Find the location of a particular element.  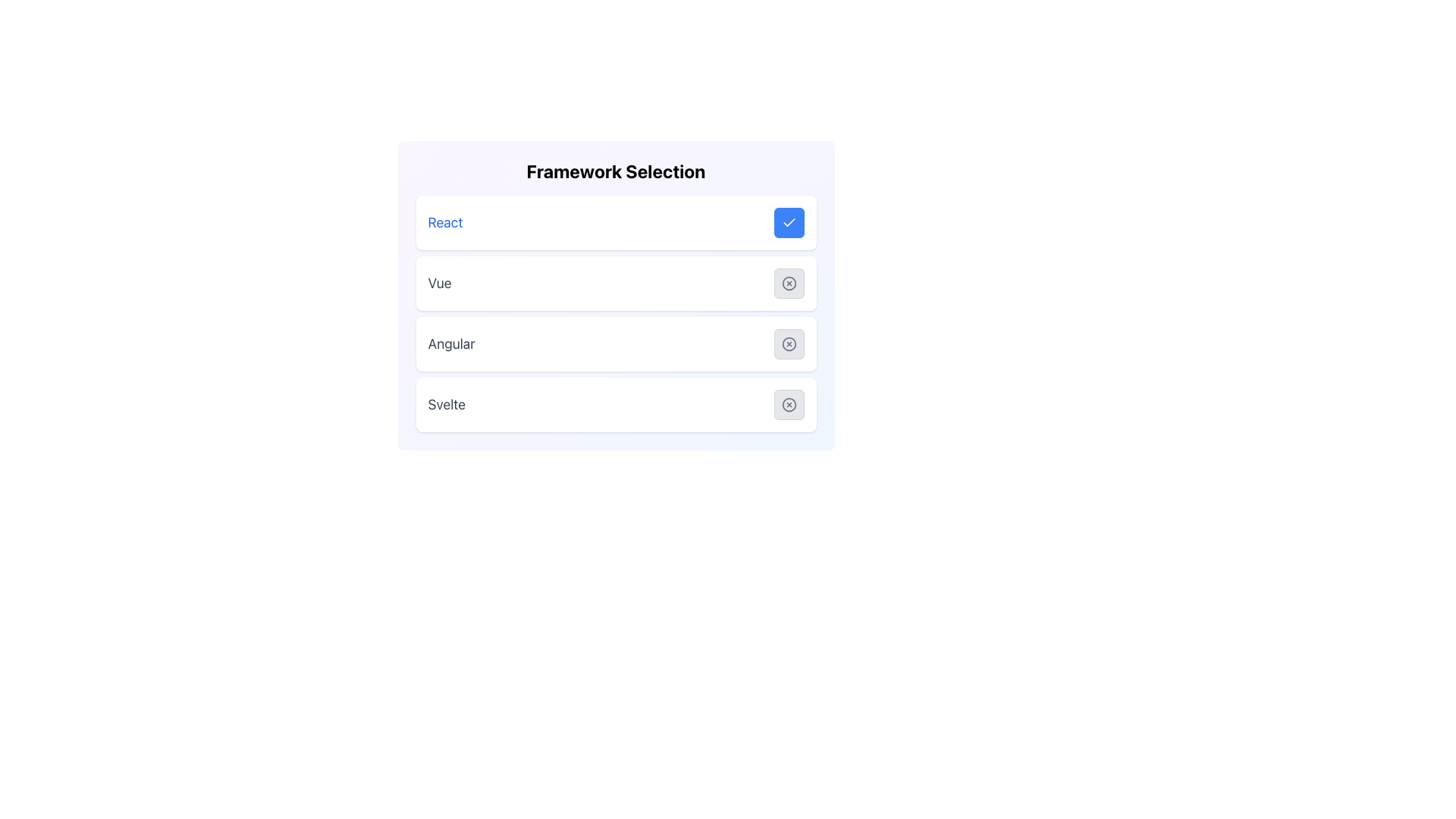

the blue square button with rounded corners and a white checkmark icon is located at coordinates (789, 222).